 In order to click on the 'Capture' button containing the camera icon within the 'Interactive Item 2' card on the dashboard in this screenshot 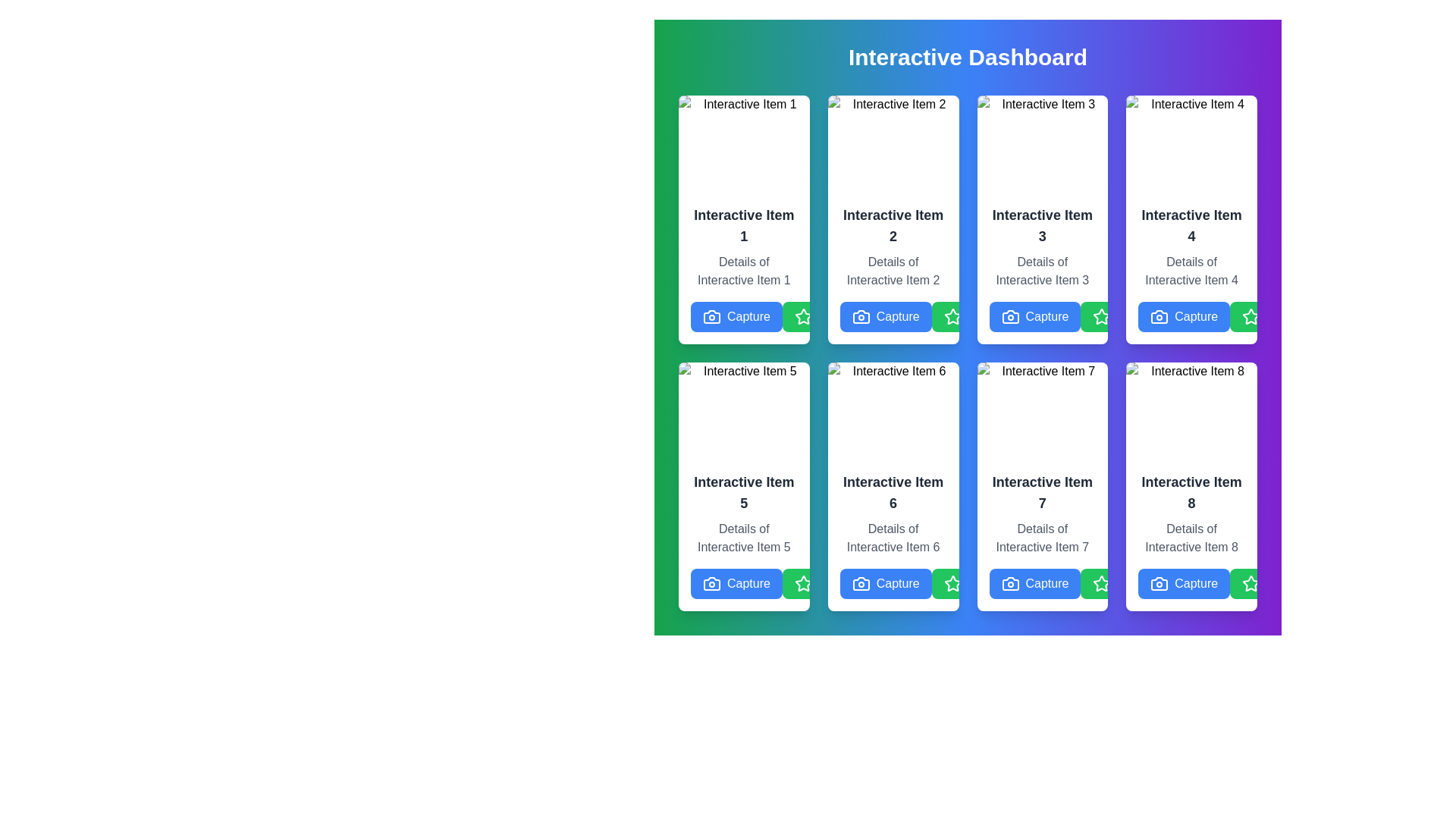, I will do `click(861, 315)`.